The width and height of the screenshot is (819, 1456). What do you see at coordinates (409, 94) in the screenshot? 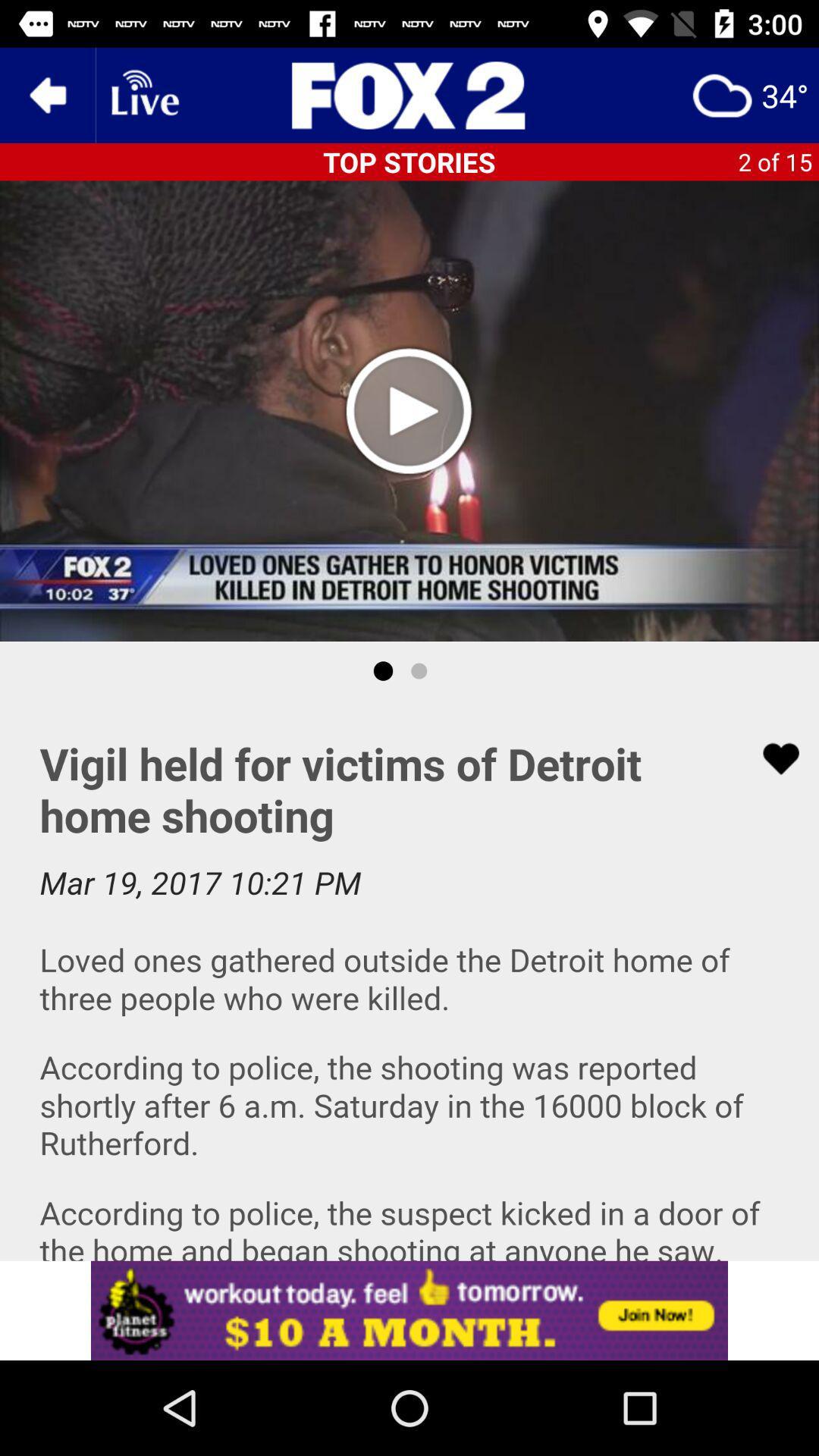
I see `fox 2 button` at bounding box center [409, 94].